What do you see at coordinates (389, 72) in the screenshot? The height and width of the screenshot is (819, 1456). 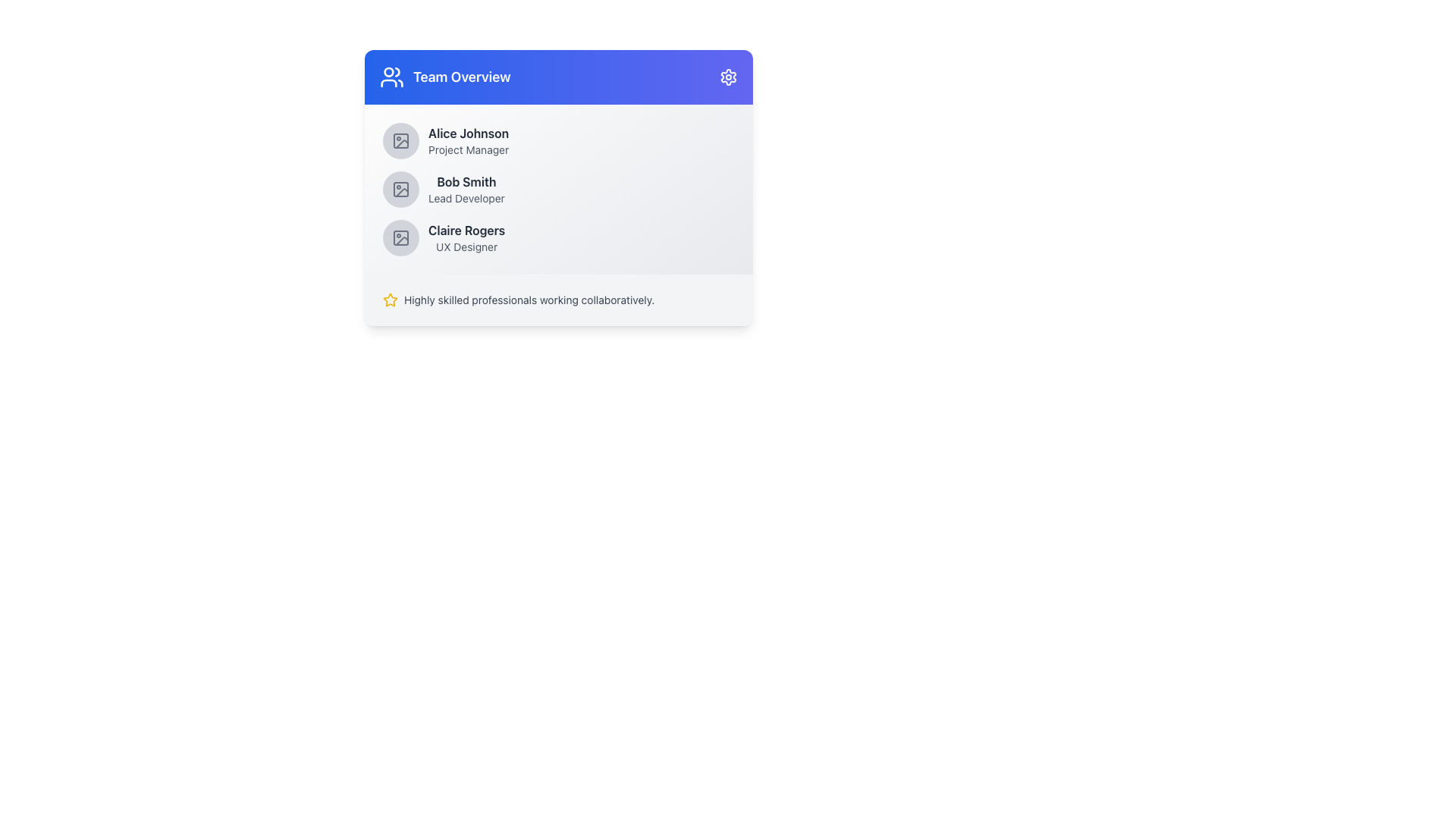 I see `the decorative circular shape within the graphical icon in the top left of the blue-colored header labeled 'Team Overview'` at bounding box center [389, 72].